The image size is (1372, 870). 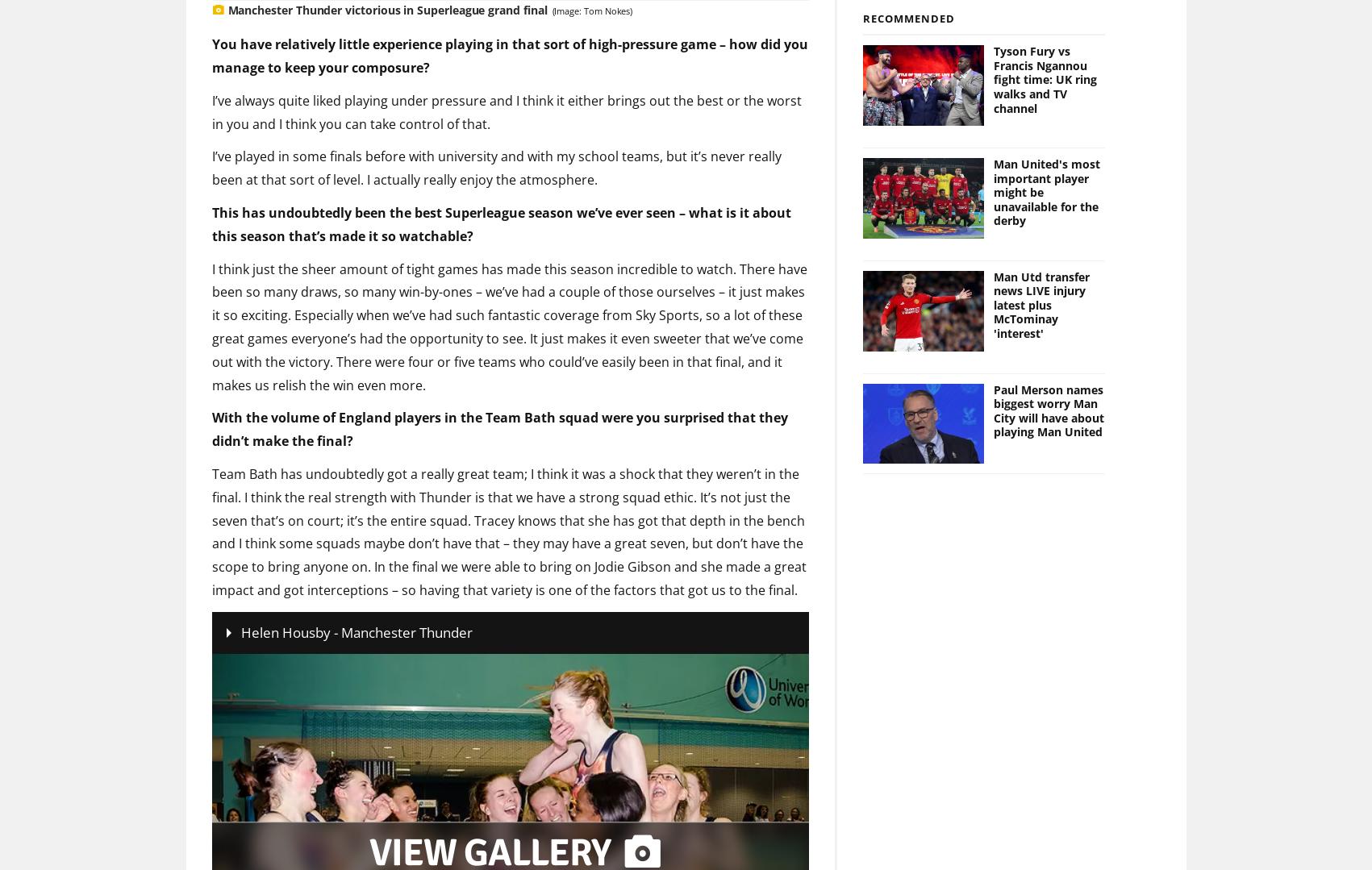 I want to click on 'Tyson Fury vs Francis Ngannou fight time: UK ring walks and TV channel', so click(x=1045, y=52).